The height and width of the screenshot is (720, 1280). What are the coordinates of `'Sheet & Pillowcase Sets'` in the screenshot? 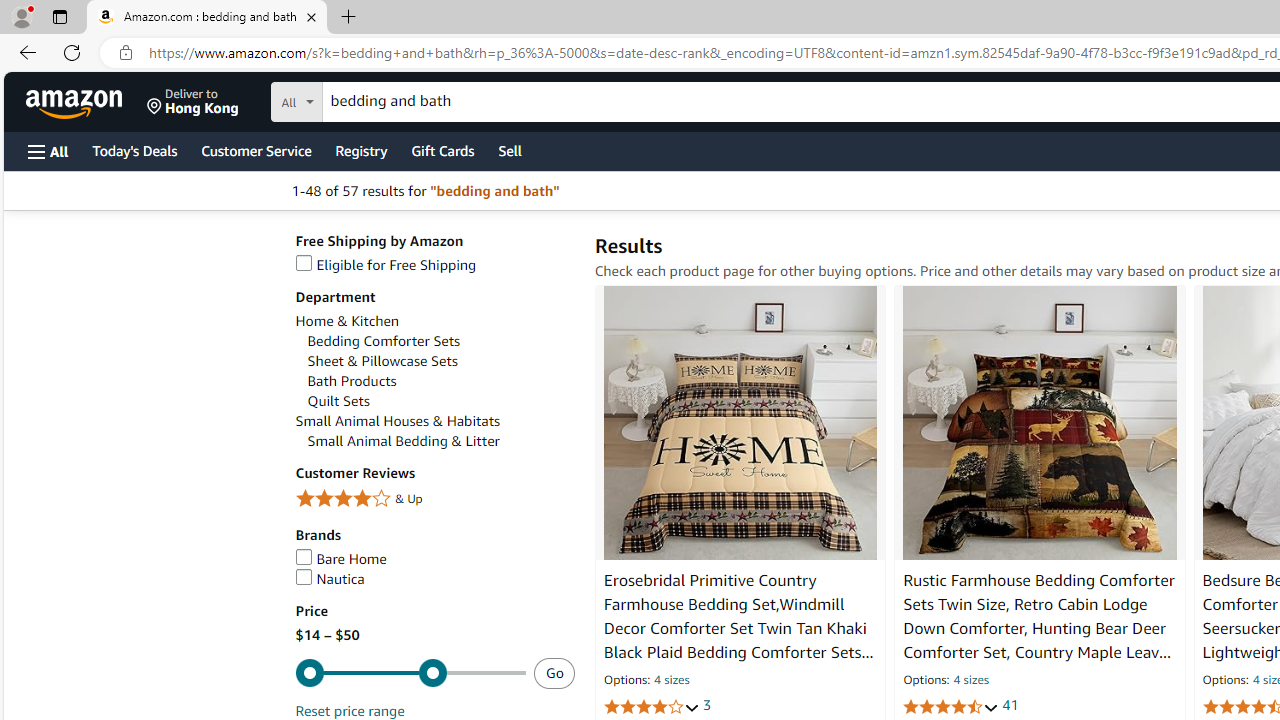 It's located at (439, 361).